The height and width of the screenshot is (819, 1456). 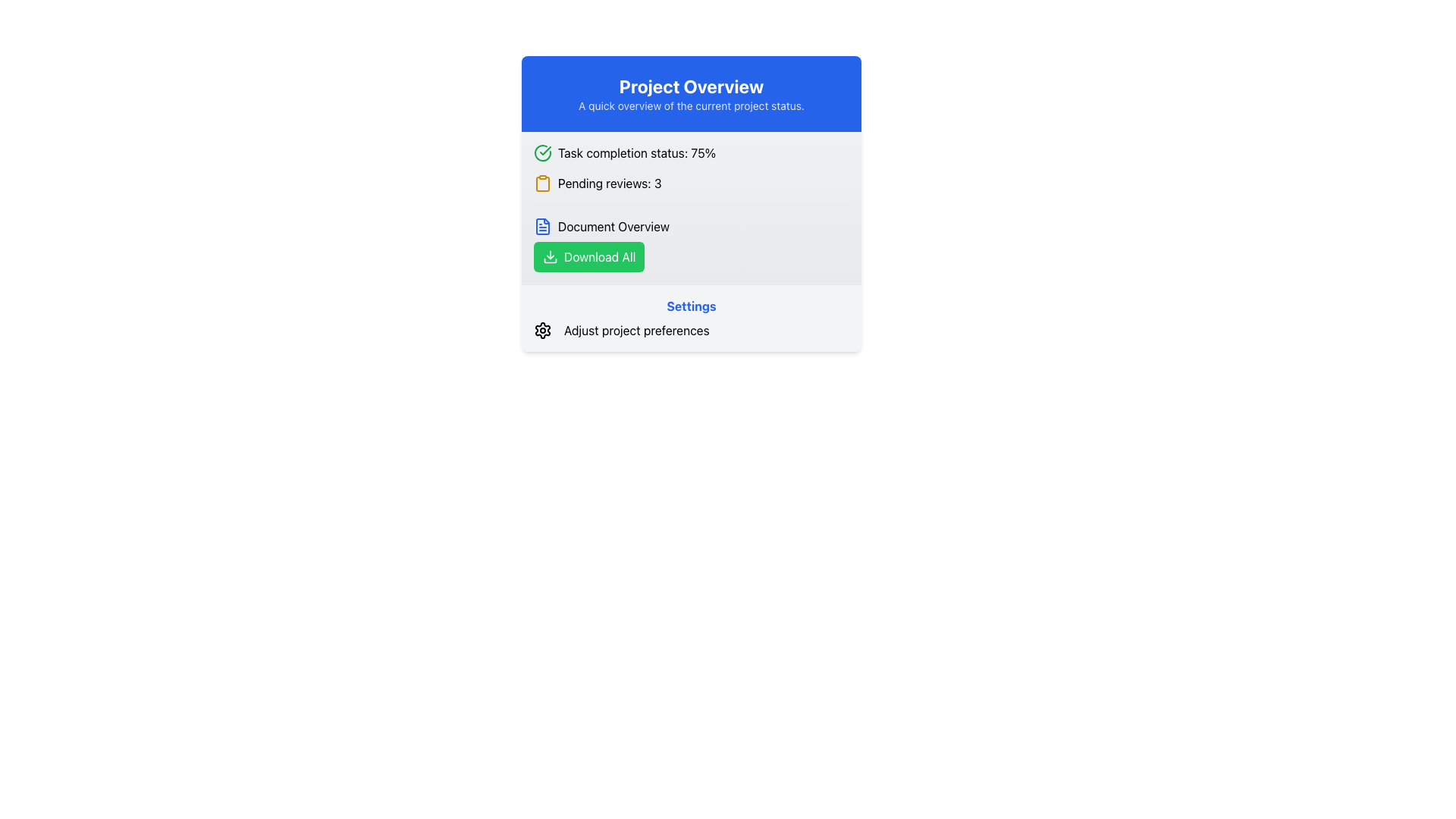 I want to click on the 'Project Overview' text label, which is styled in white text on a blue background and is centrally aligned in the upper section of a card-like component, so click(x=691, y=86).